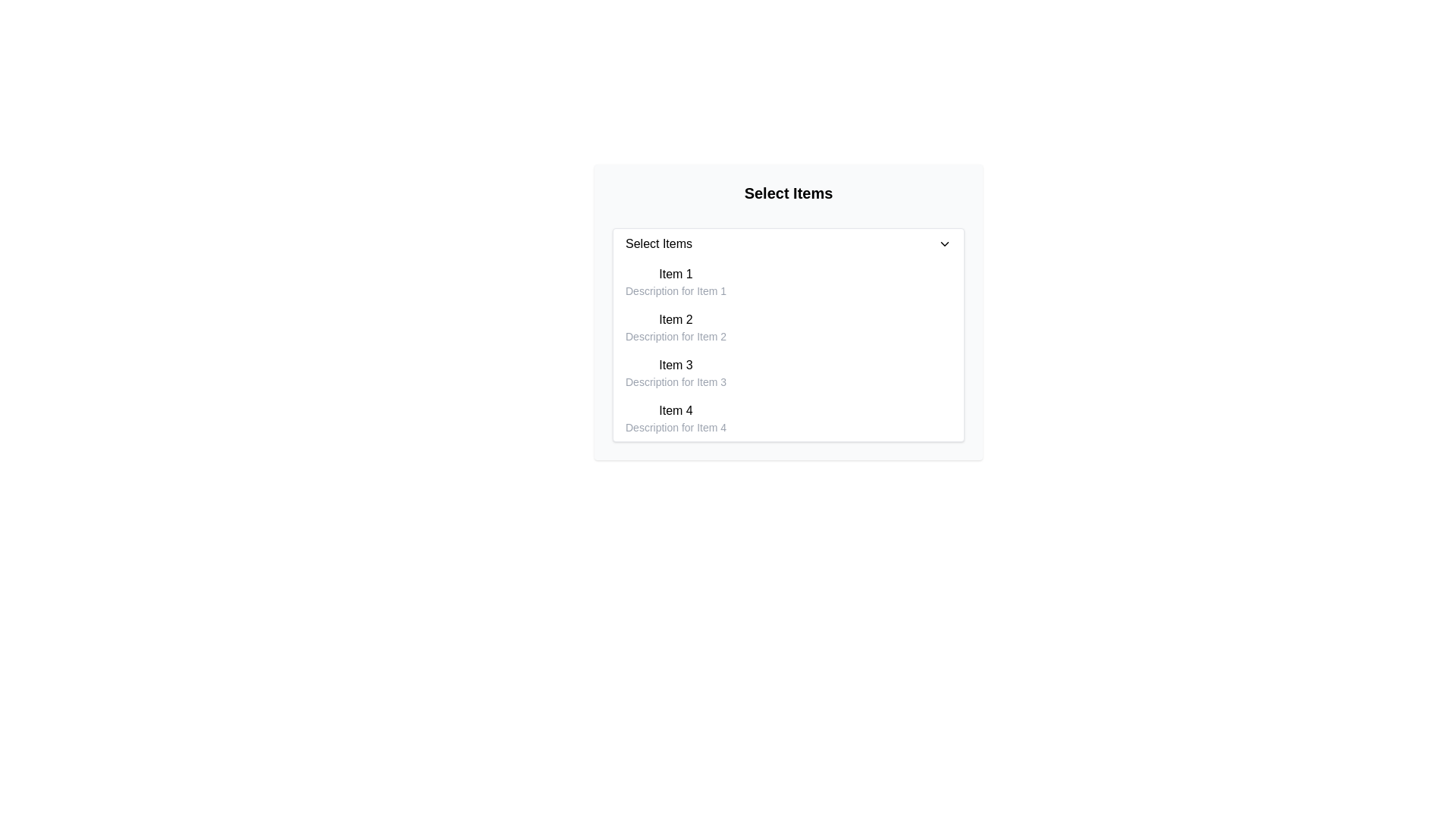 Image resolution: width=1456 pixels, height=819 pixels. What do you see at coordinates (675, 381) in the screenshot?
I see `descriptive label providing additional information about 'Item 3', which is located directly below the textual component labeled 'Item 3' in the dropdown menu` at bounding box center [675, 381].